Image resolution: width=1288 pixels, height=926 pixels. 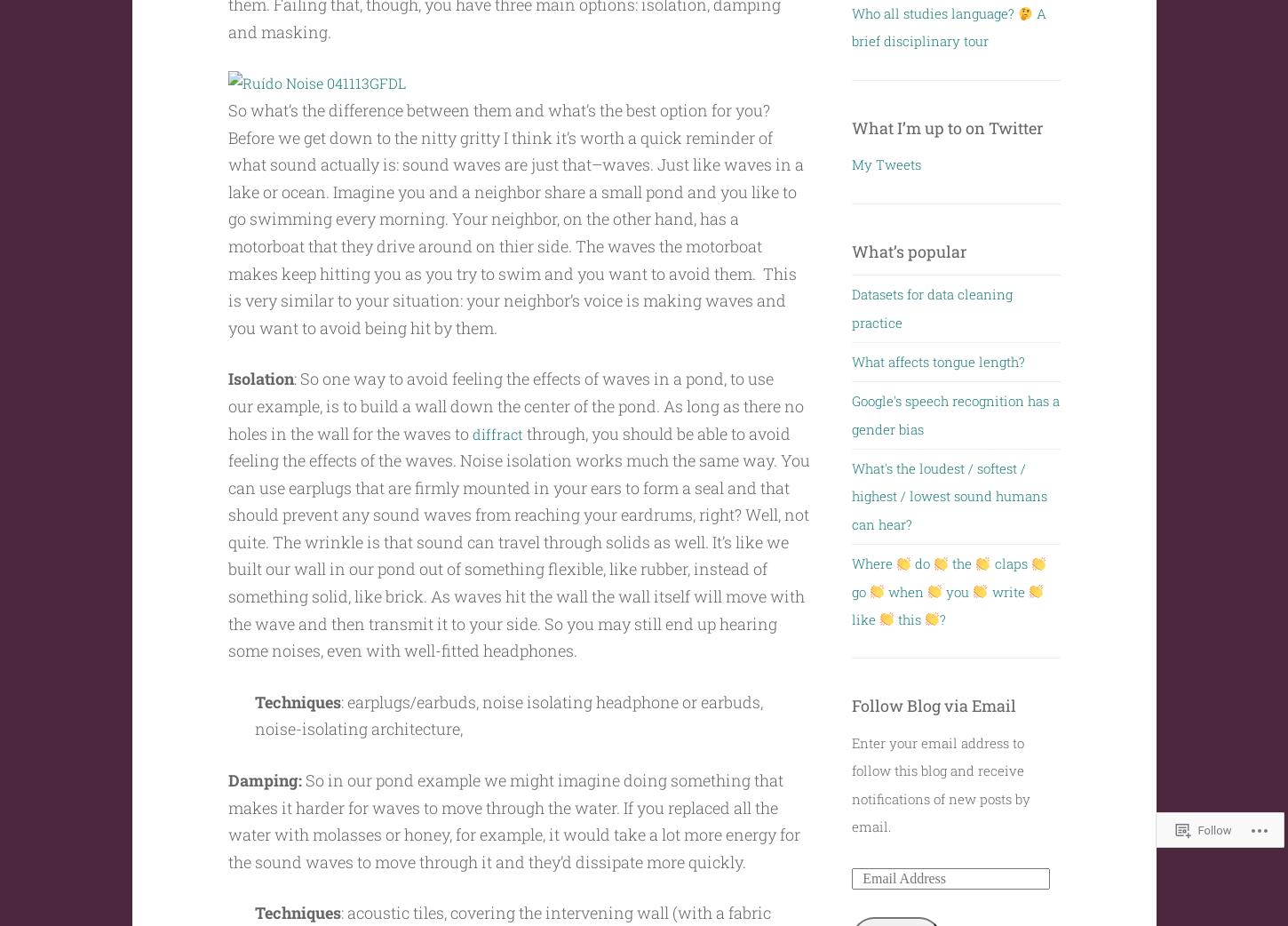 I want to click on 'What’s popular', so click(x=909, y=250).